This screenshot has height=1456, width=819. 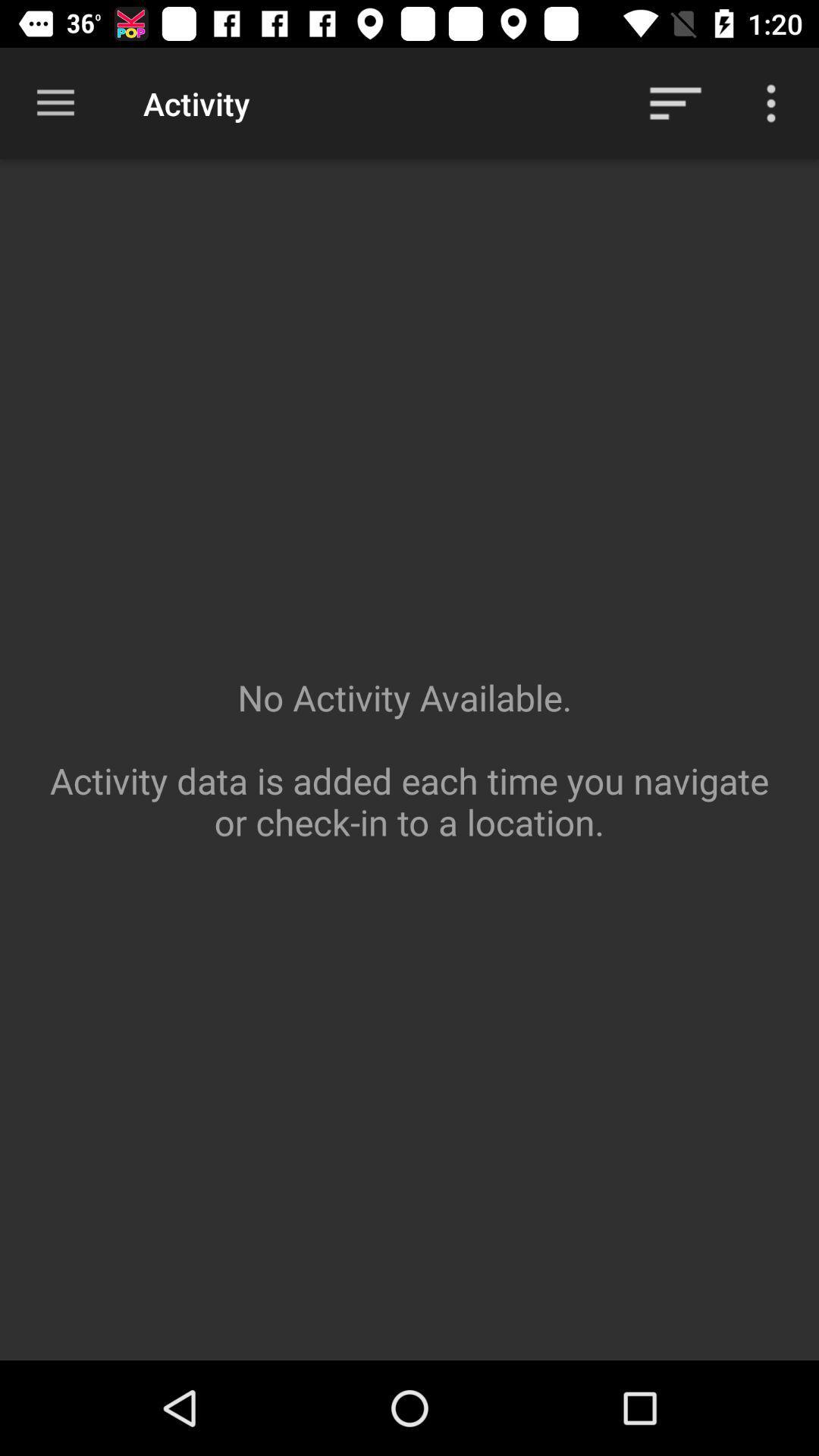 I want to click on the icon to the right of the activity item, so click(x=675, y=102).